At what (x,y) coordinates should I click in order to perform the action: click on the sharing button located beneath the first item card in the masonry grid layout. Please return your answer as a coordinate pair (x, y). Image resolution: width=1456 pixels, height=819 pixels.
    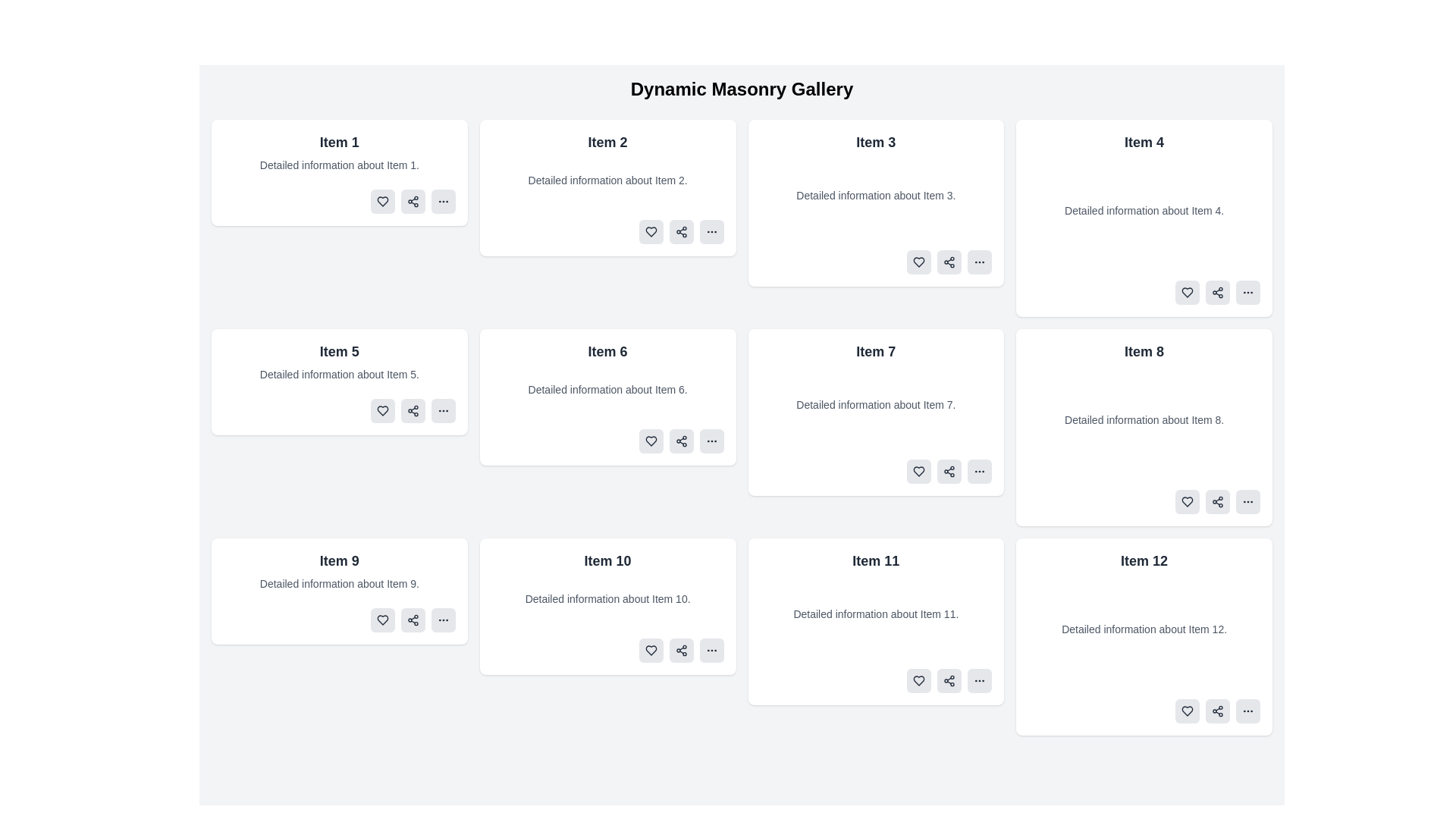
    Looking at the image, I should click on (413, 201).